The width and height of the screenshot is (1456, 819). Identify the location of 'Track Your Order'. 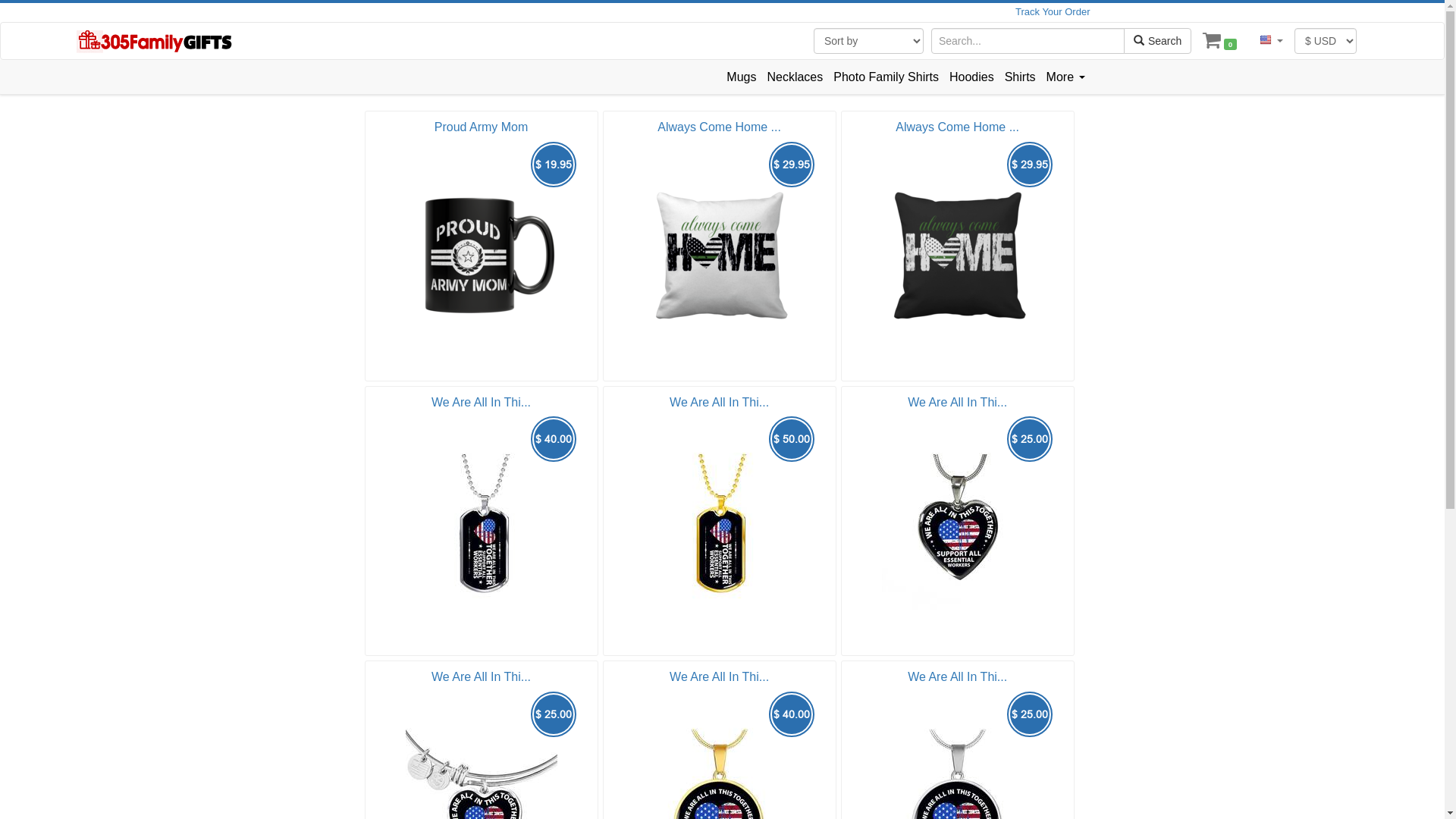
(1052, 11).